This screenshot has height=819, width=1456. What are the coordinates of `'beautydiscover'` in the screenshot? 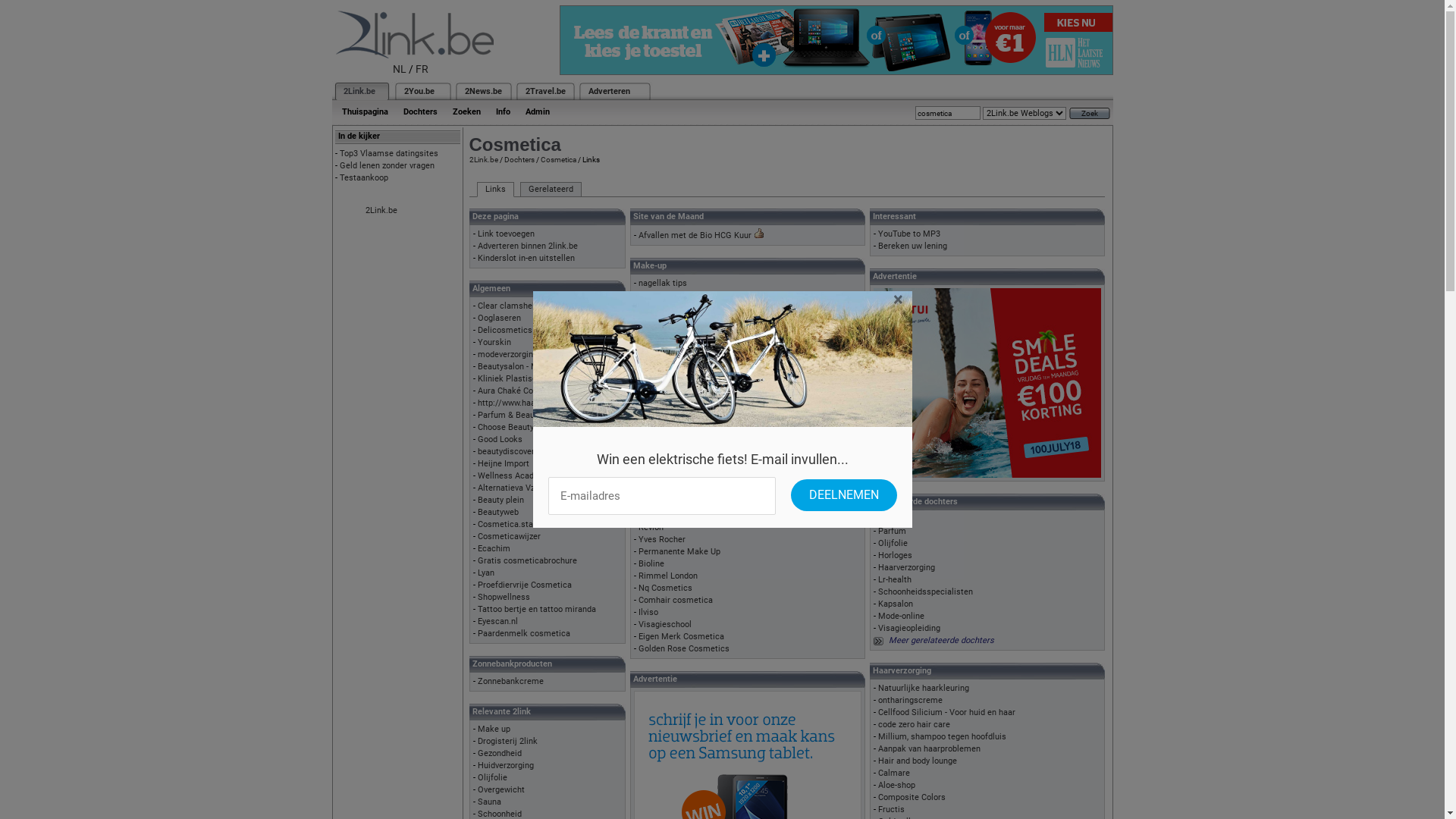 It's located at (506, 450).